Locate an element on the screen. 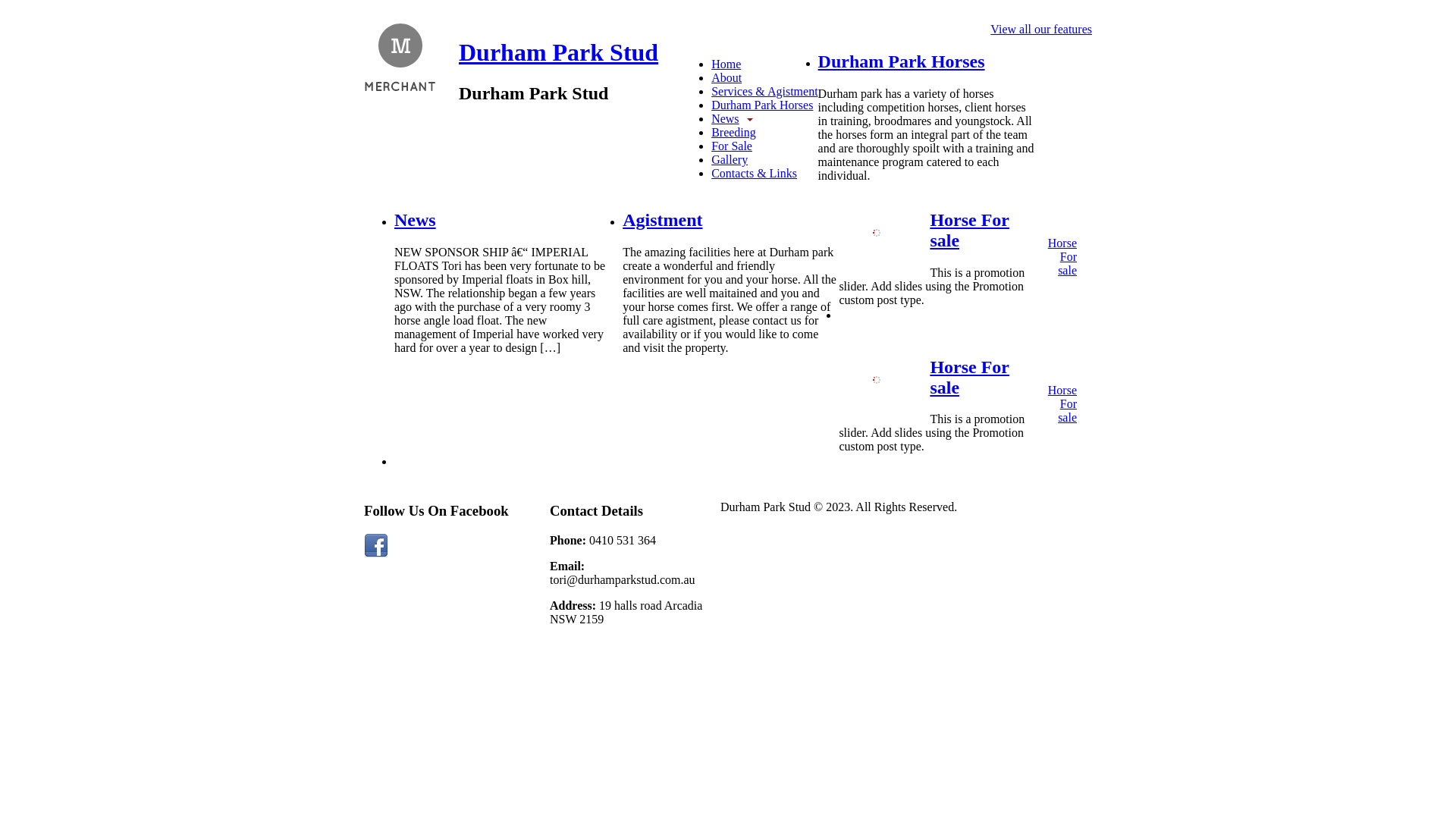 The width and height of the screenshot is (1456, 819). 'Durham Park Stud' is located at coordinates (457, 52).